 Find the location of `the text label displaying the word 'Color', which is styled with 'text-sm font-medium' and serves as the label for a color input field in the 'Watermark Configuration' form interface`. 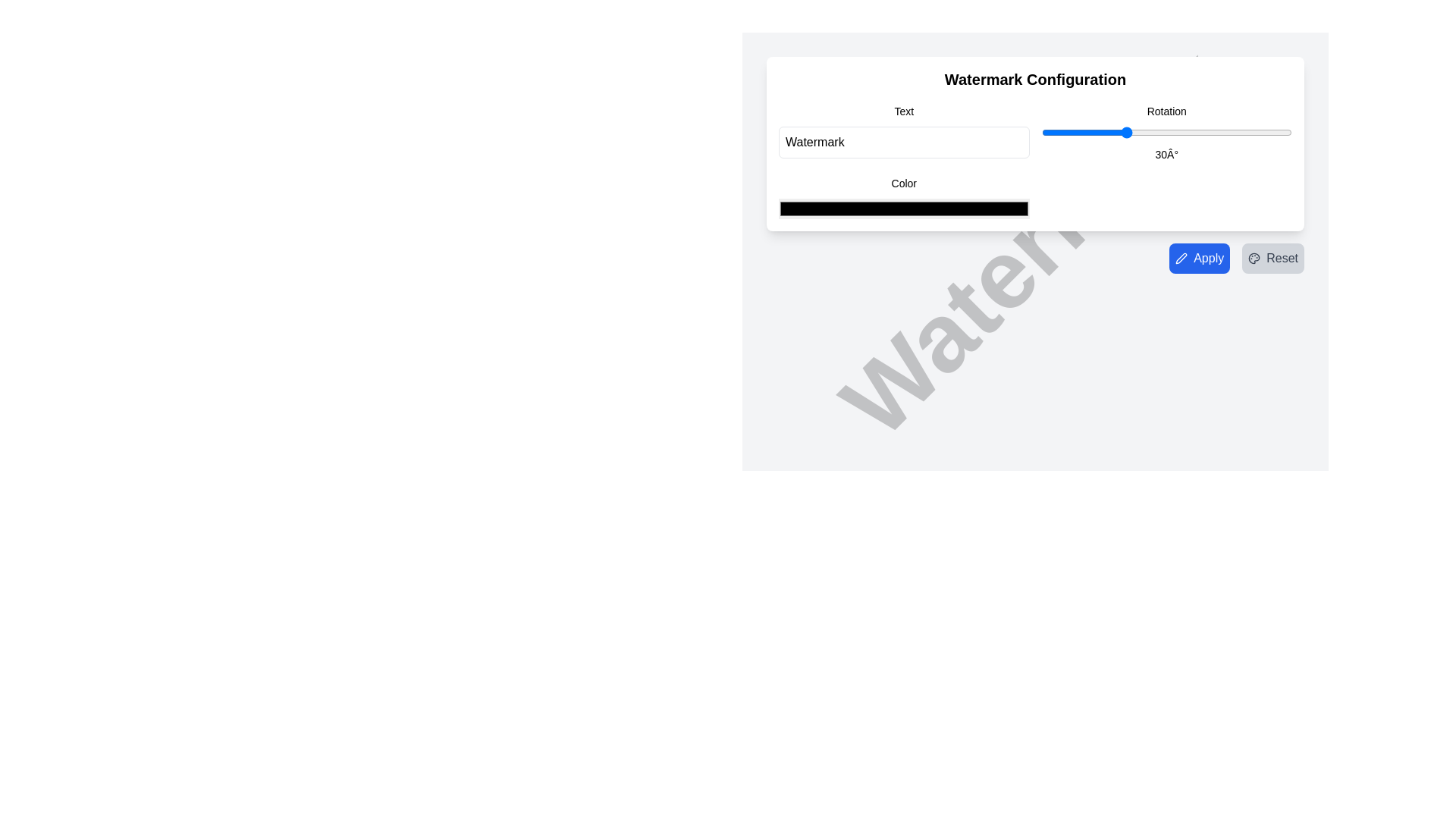

the text label displaying the word 'Color', which is styled with 'text-sm font-medium' and serves as the label for a color input field in the 'Watermark Configuration' form interface is located at coordinates (904, 183).